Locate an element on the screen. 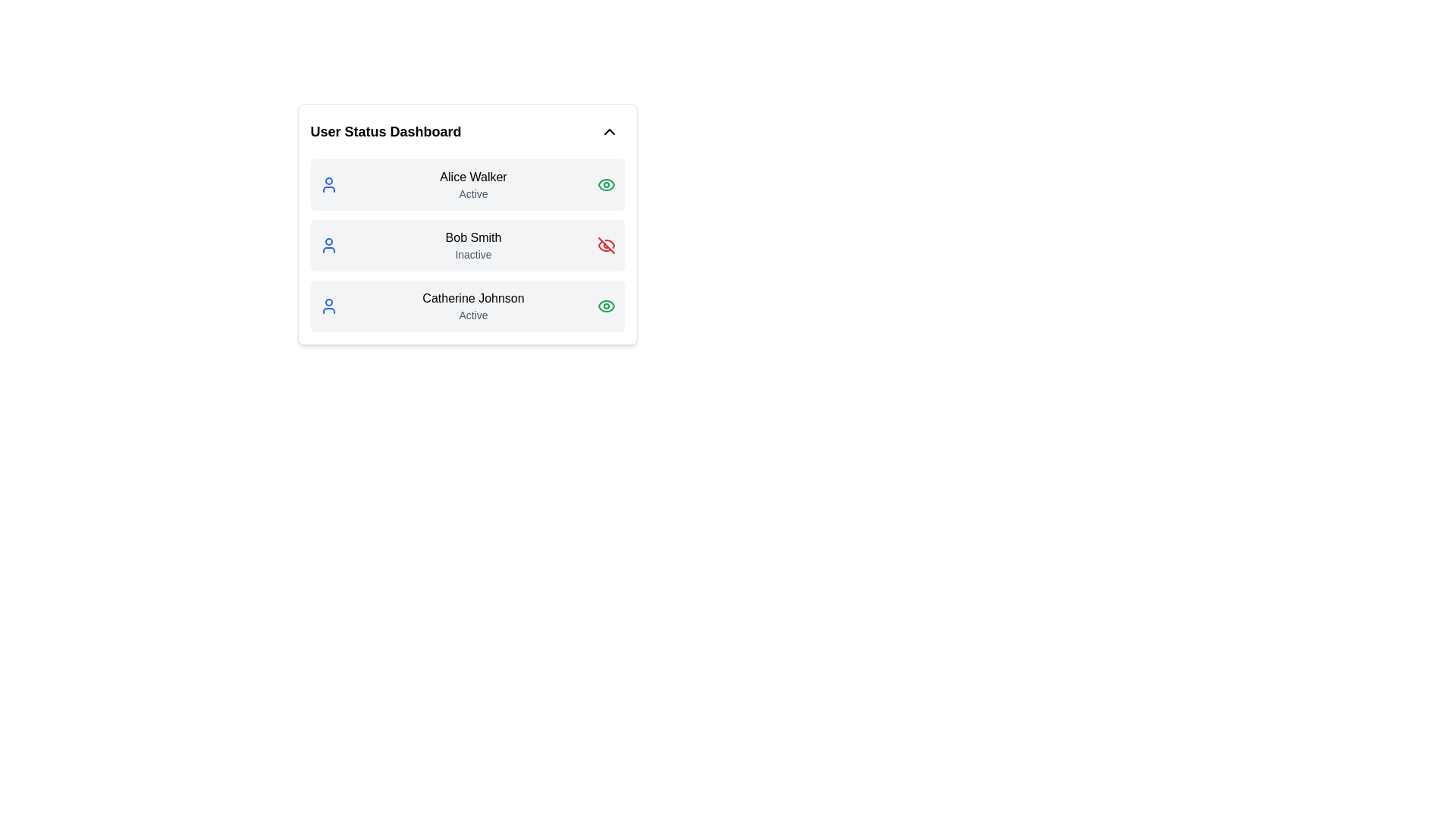 The width and height of the screenshot is (1456, 819). the status indicator for user 'Bob Smith', which indicates their status as inactive is located at coordinates (472, 245).